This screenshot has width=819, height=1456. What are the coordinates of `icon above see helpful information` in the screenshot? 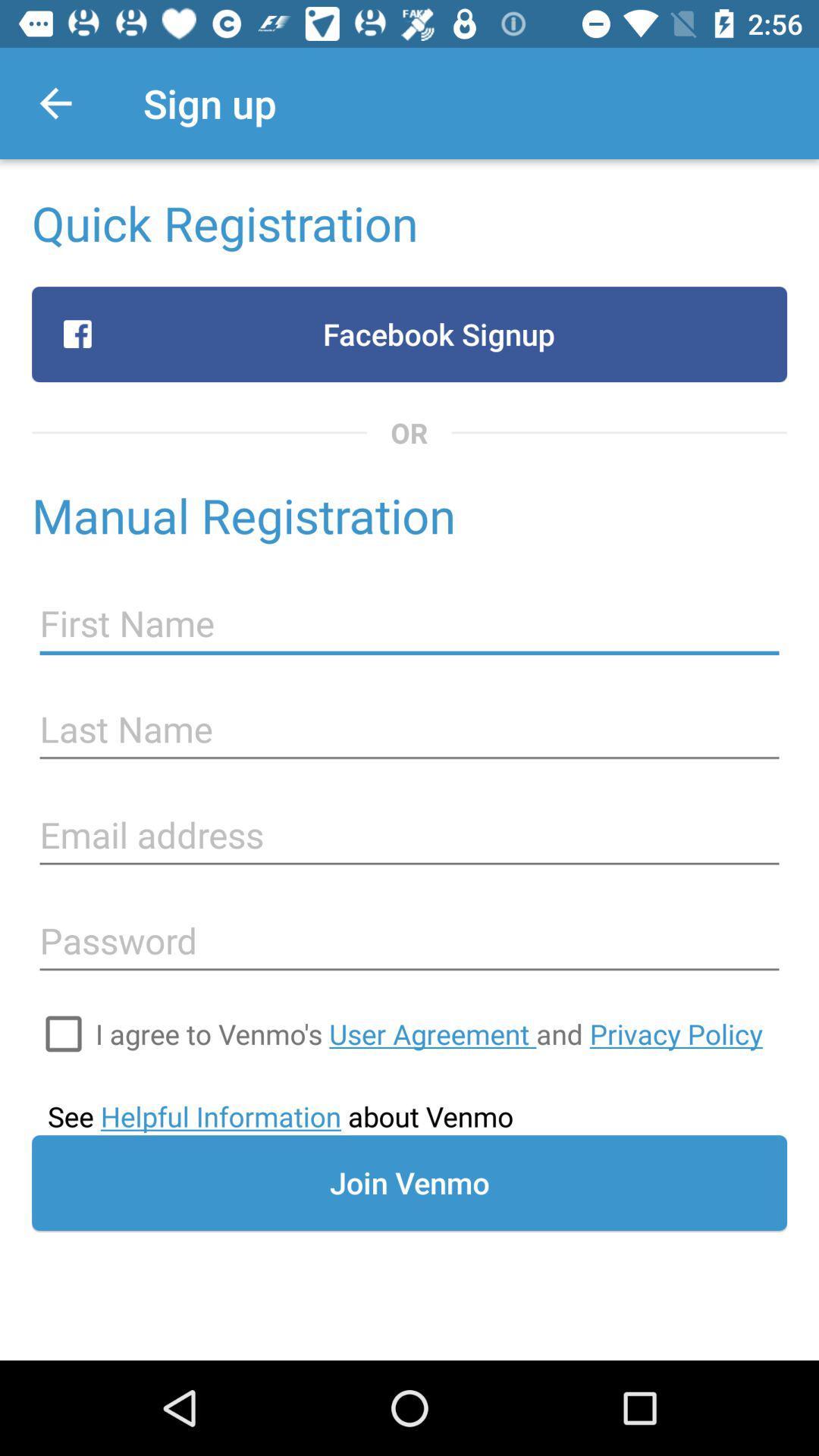 It's located at (63, 1033).